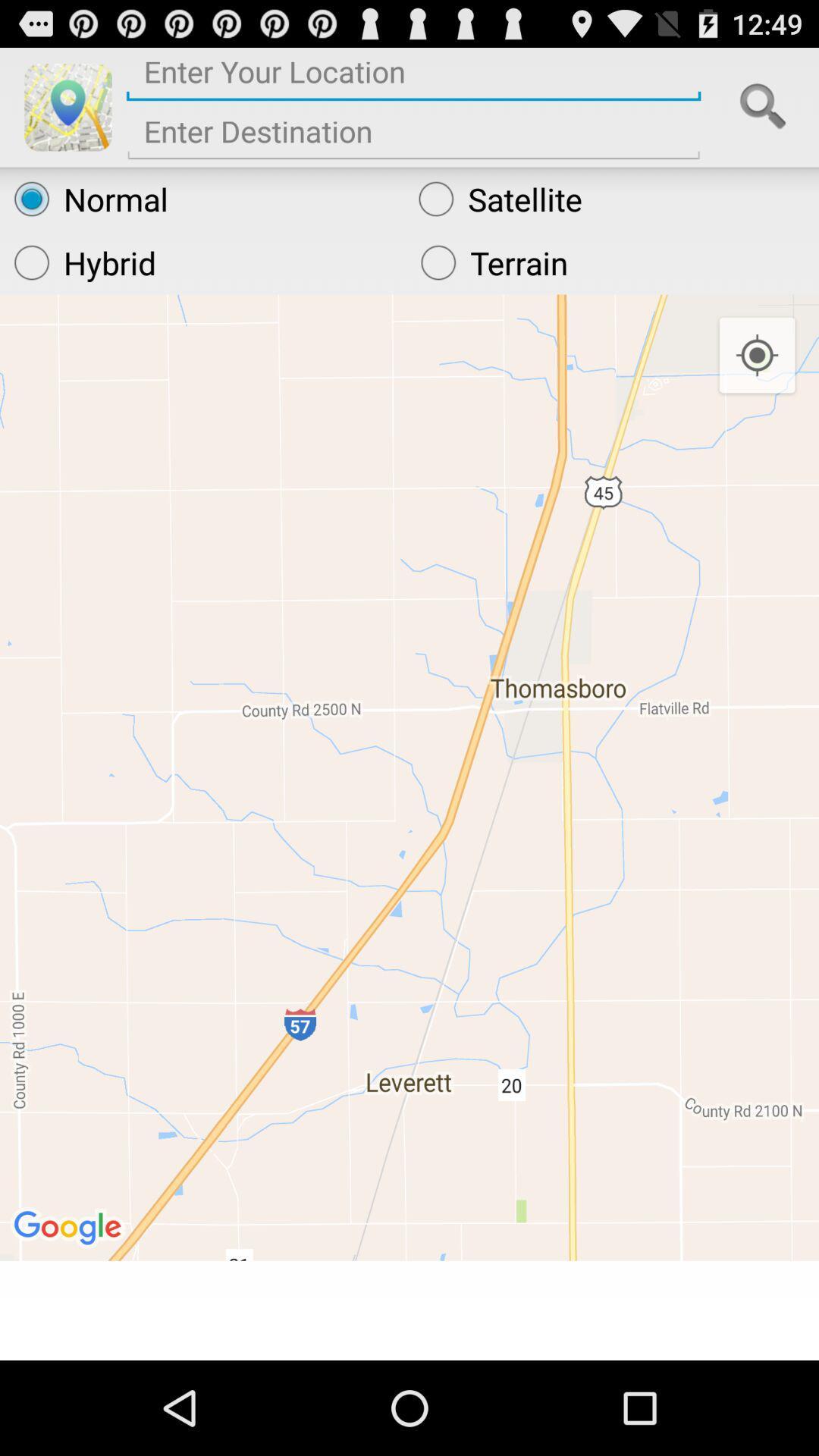 This screenshot has width=819, height=1456. I want to click on the item next to hybrid radio button, so click(612, 262).